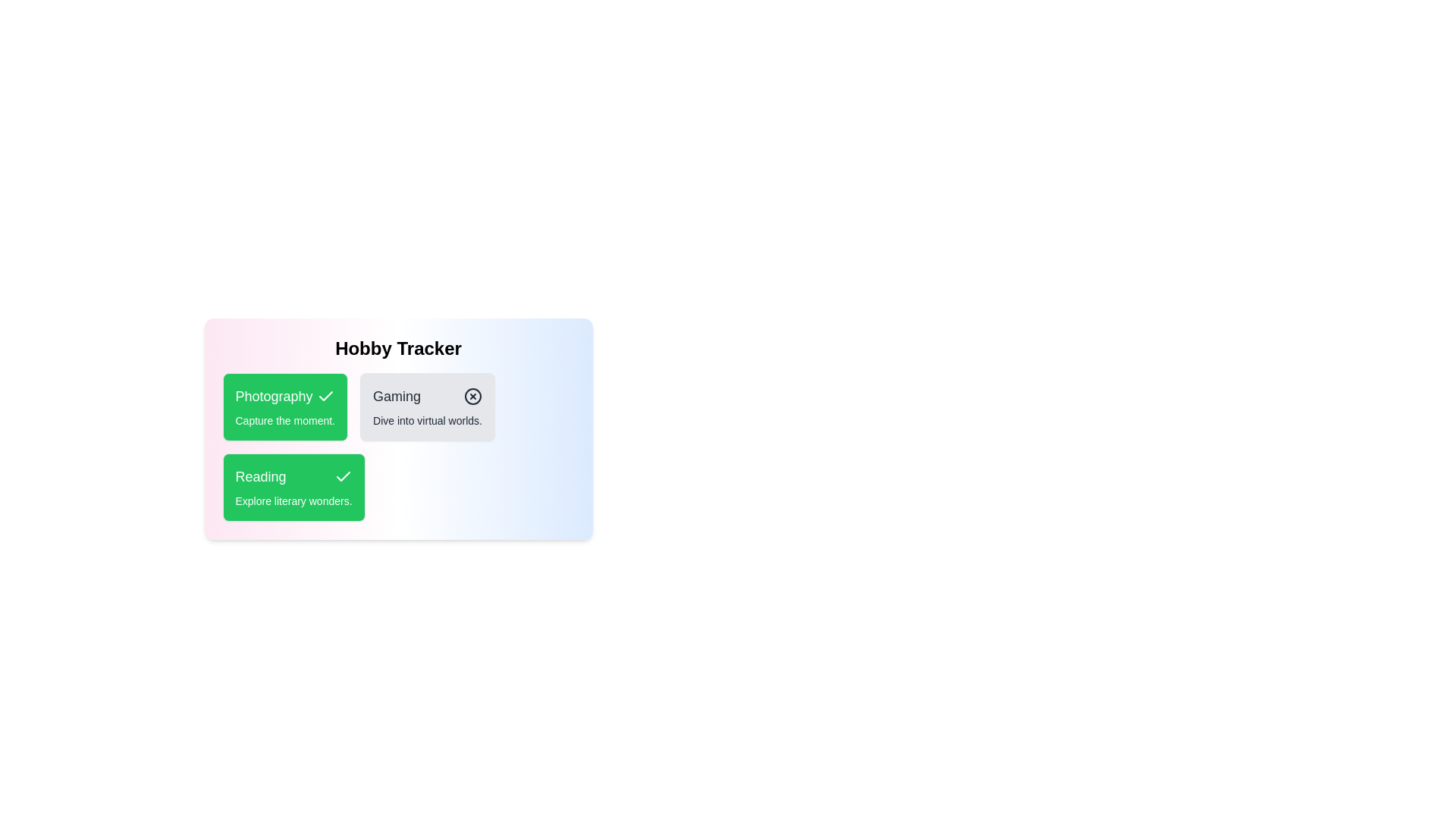 The image size is (1456, 819). Describe the element at coordinates (425, 406) in the screenshot. I see `the hobby card for Gaming` at that location.